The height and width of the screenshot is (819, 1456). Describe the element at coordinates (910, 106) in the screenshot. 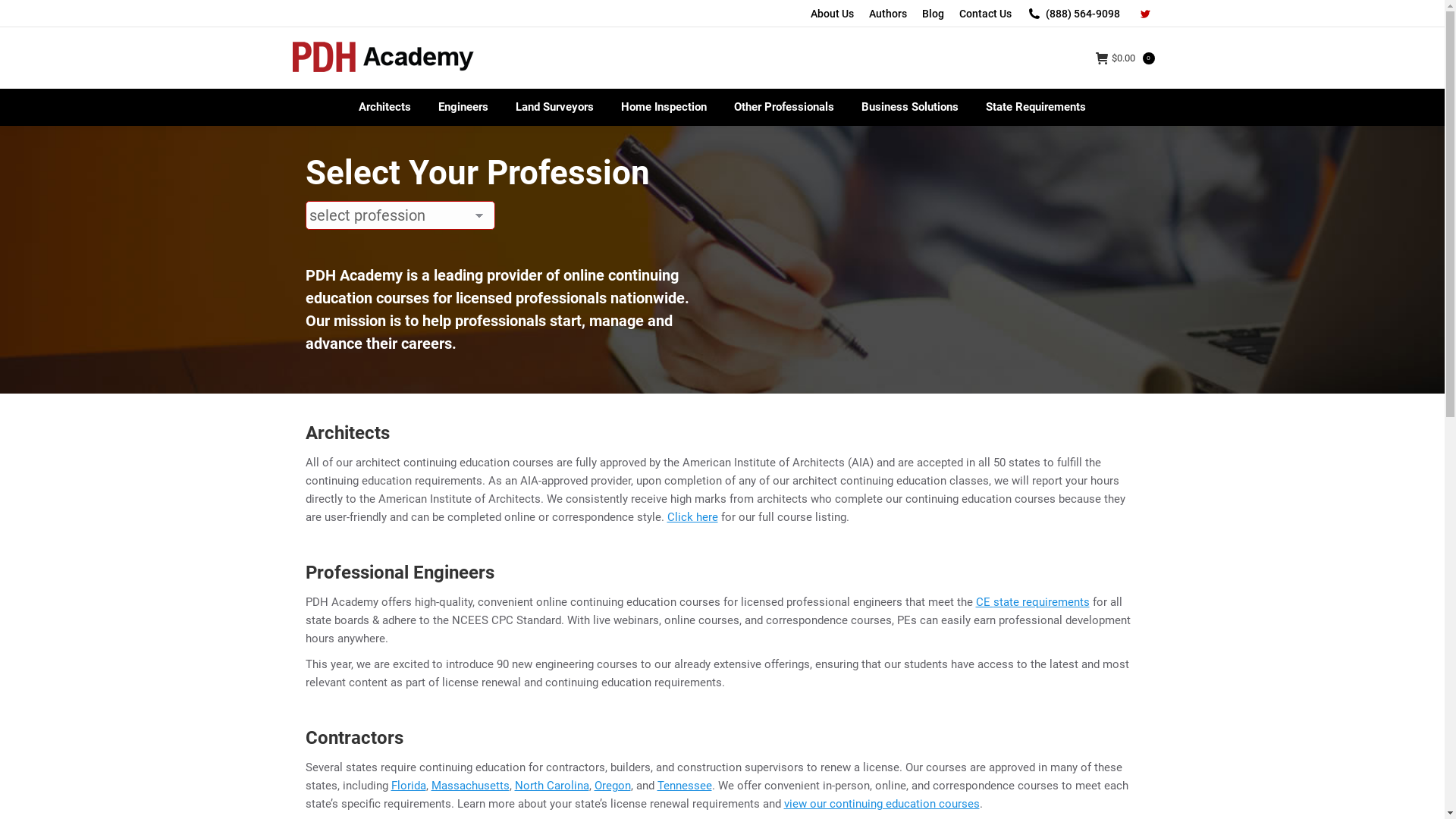

I see `'Business Solutions'` at that location.